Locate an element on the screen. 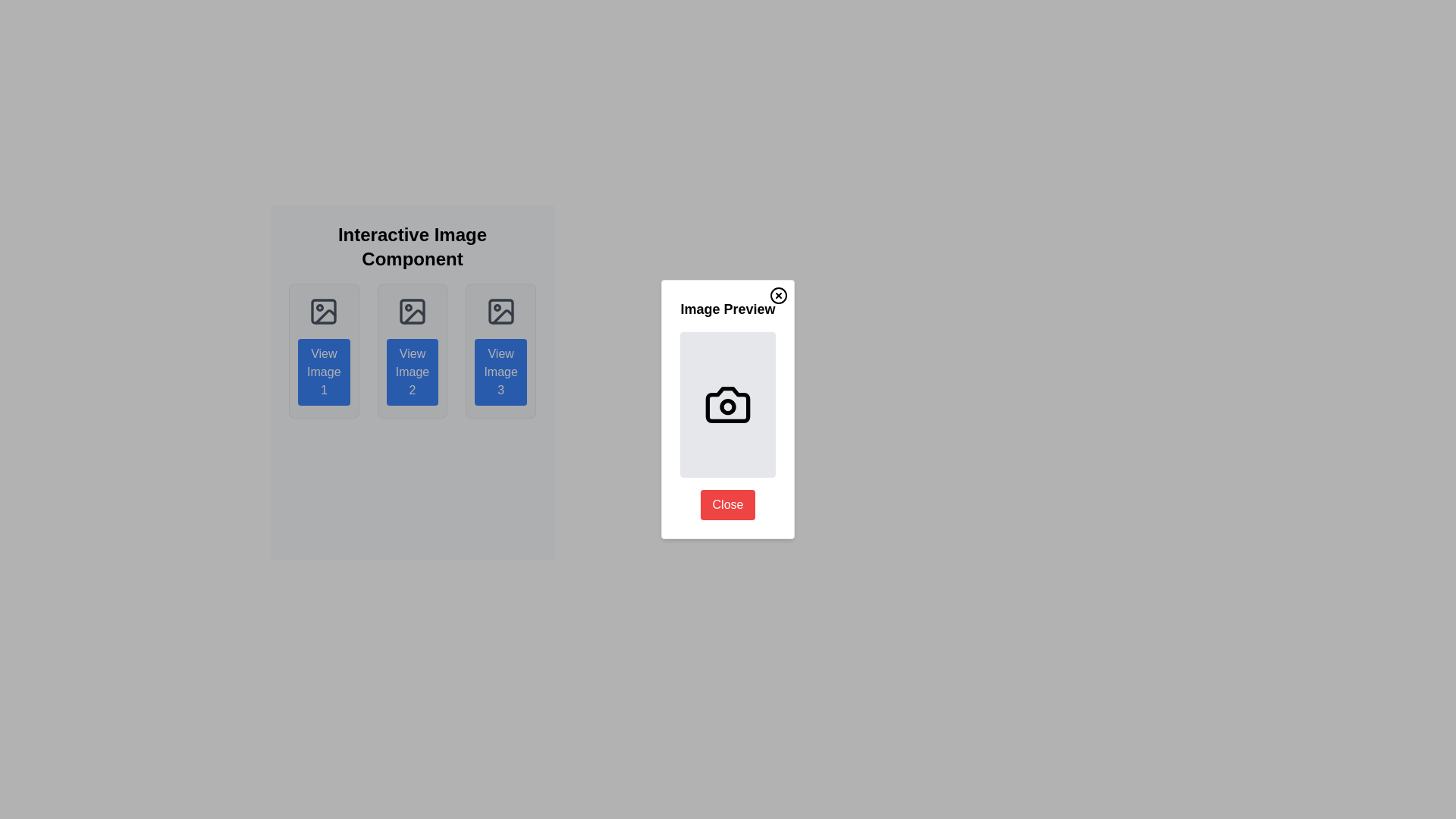  the circular graphical element that represents the core of the camera lens in the icon design is located at coordinates (728, 406).